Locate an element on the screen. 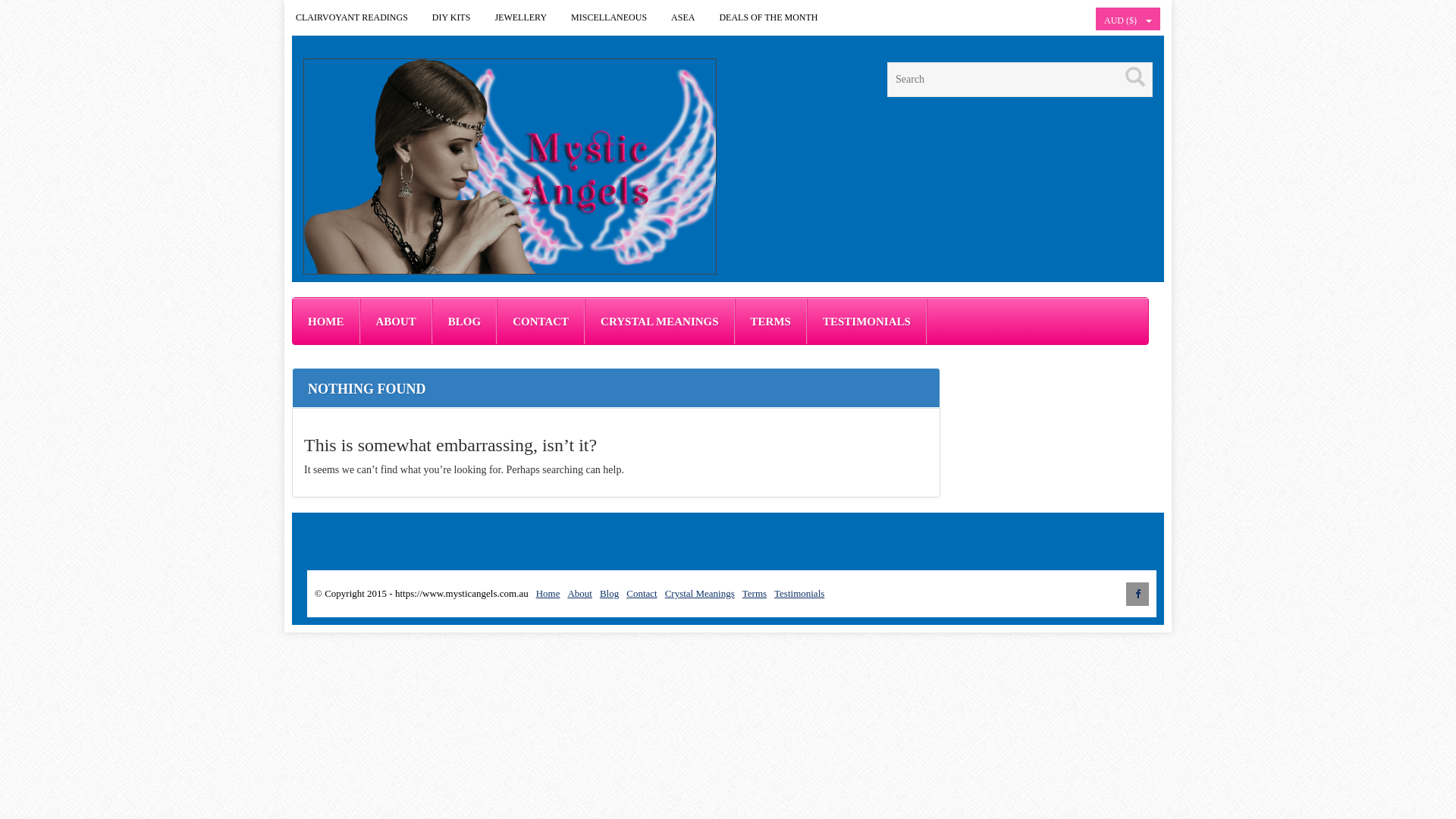 The image size is (1456, 819). 'Mystic Angels' is located at coordinates (510, 166).